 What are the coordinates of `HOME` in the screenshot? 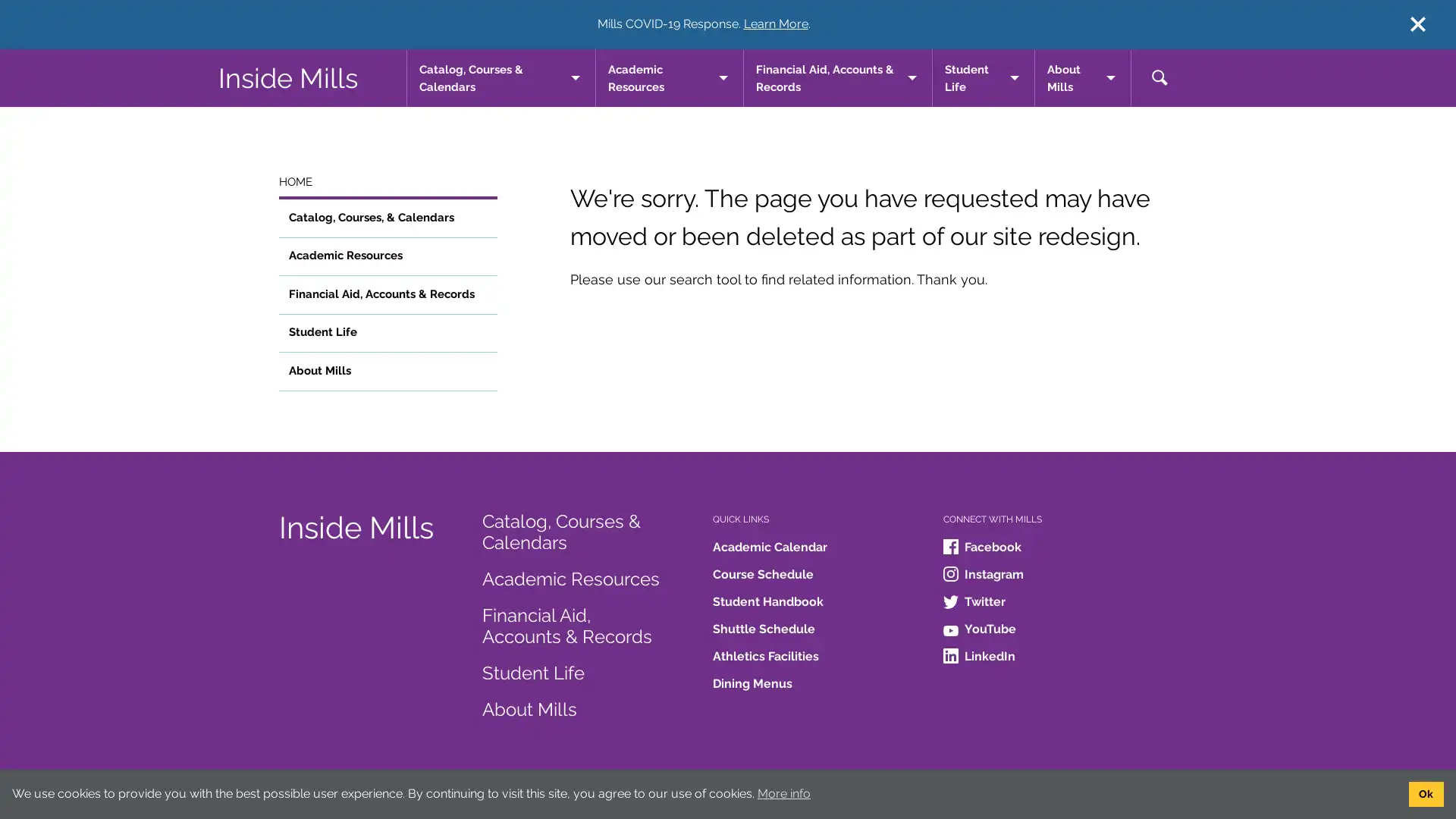 It's located at (388, 181).